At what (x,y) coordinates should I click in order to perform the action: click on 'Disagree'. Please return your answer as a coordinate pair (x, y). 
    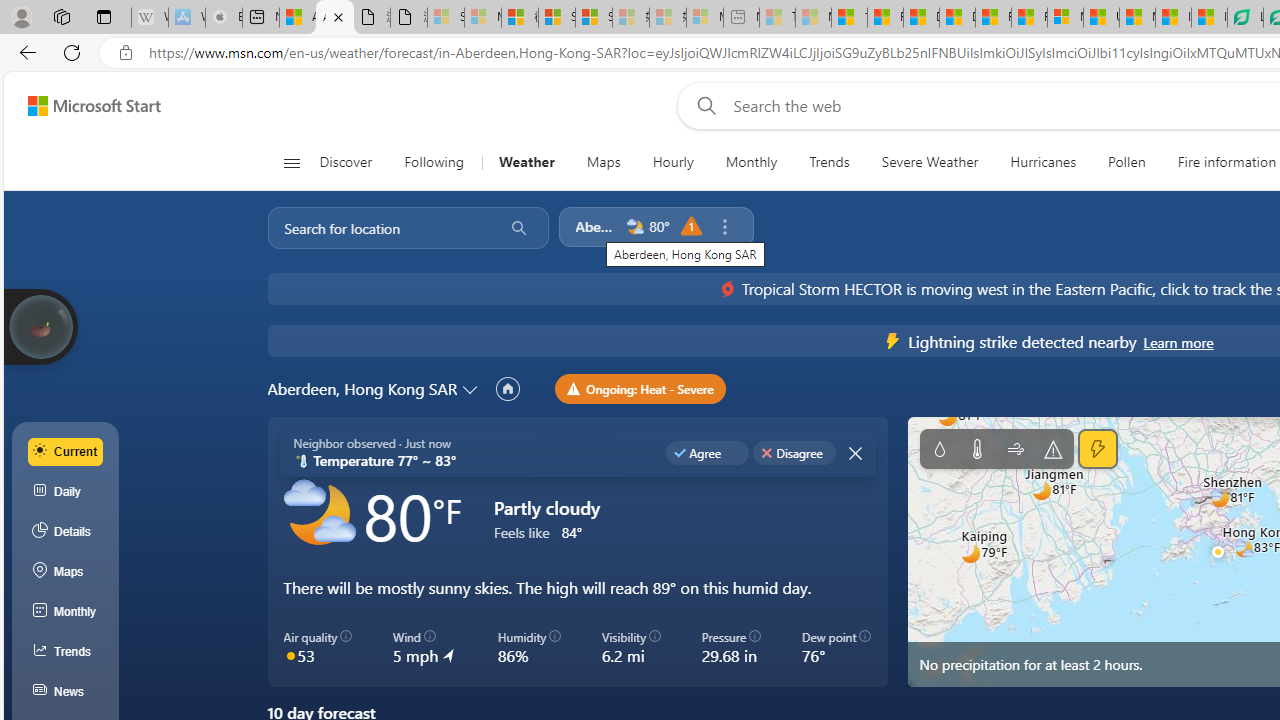
    Looking at the image, I should click on (793, 452).